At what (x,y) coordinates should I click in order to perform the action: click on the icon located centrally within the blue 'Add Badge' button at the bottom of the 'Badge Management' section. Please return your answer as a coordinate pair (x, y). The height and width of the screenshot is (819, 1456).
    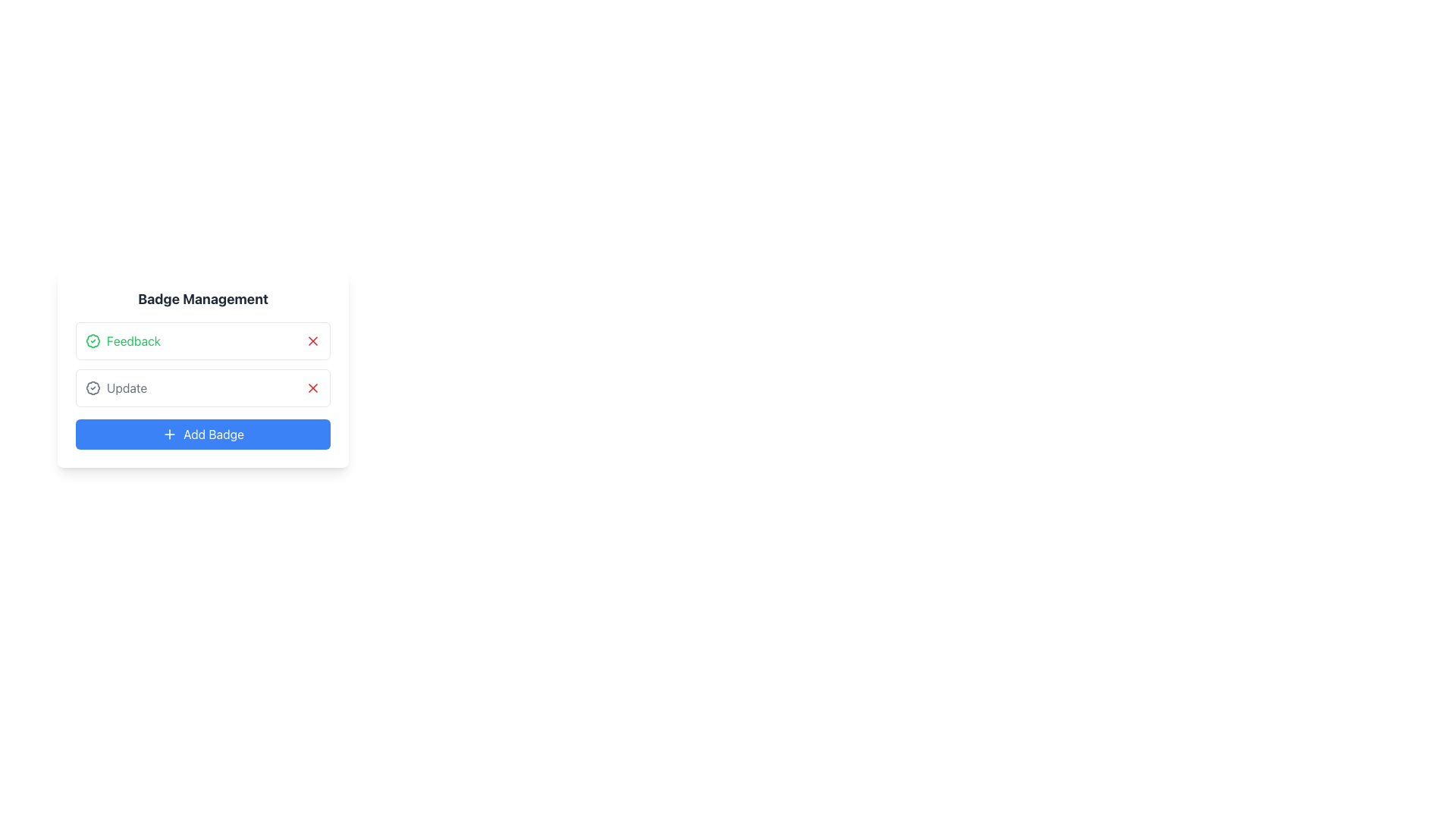
    Looking at the image, I should click on (170, 435).